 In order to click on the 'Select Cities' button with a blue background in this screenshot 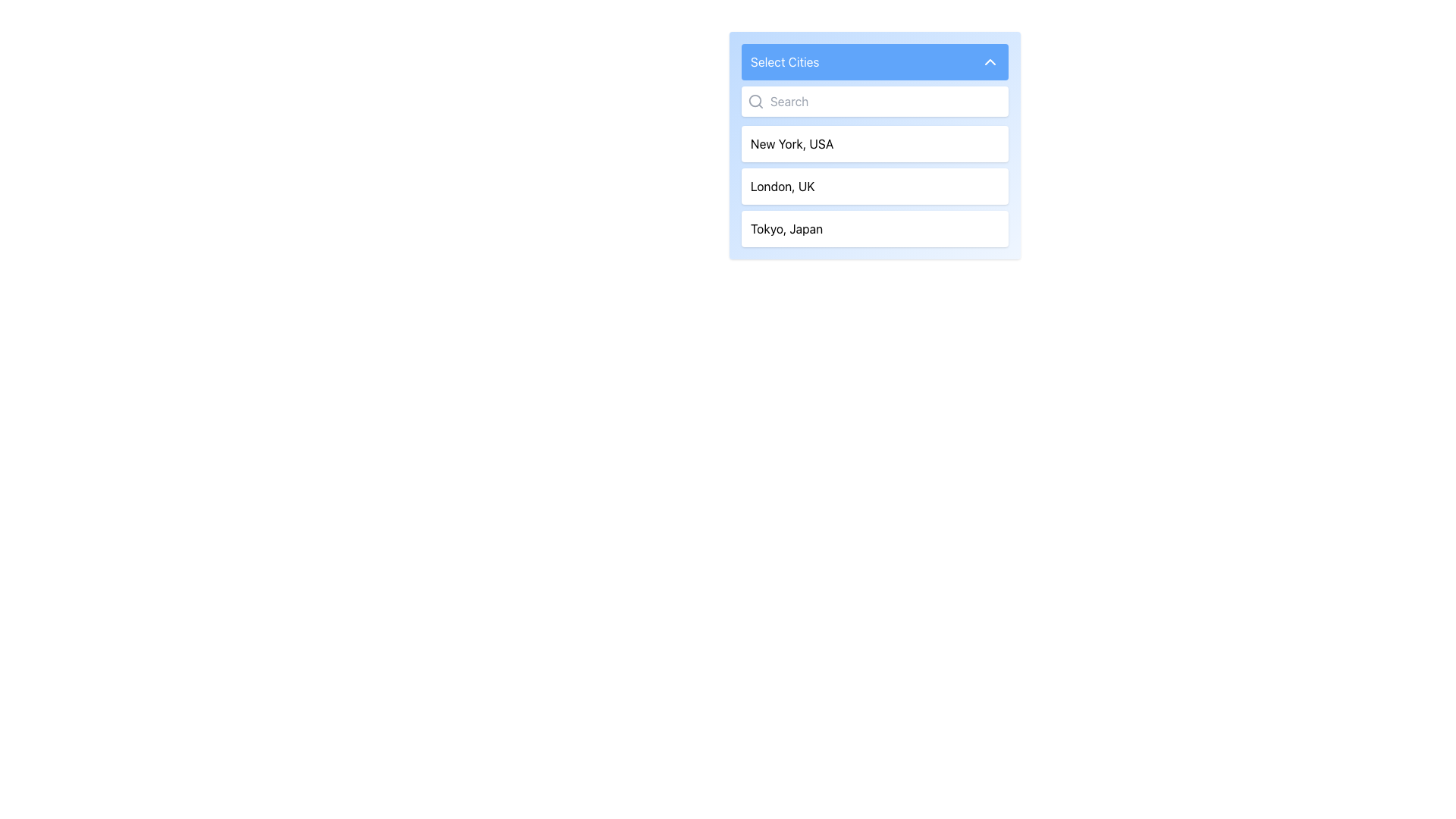, I will do `click(874, 61)`.